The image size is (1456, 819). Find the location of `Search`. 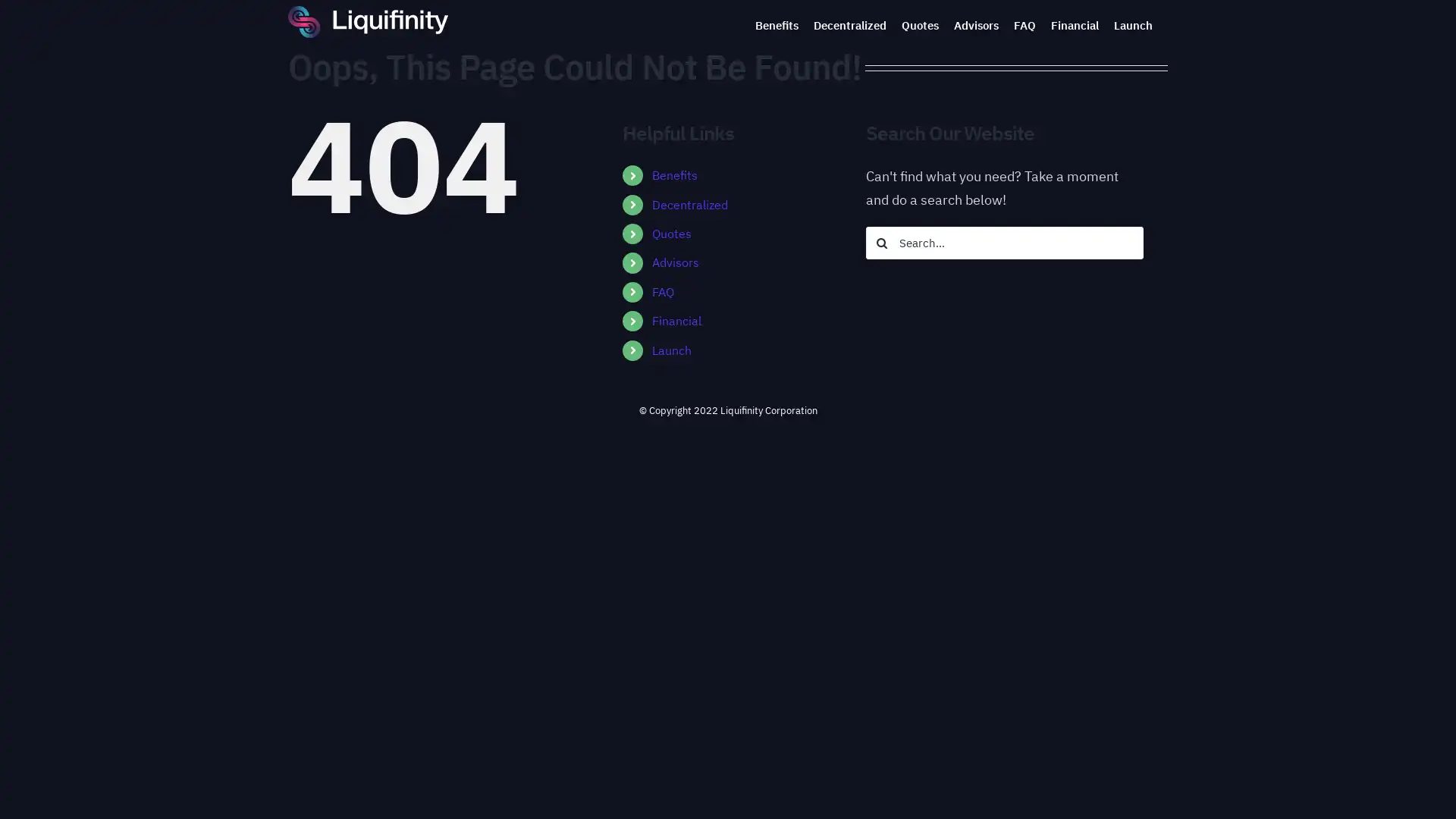

Search is located at coordinates (881, 242).